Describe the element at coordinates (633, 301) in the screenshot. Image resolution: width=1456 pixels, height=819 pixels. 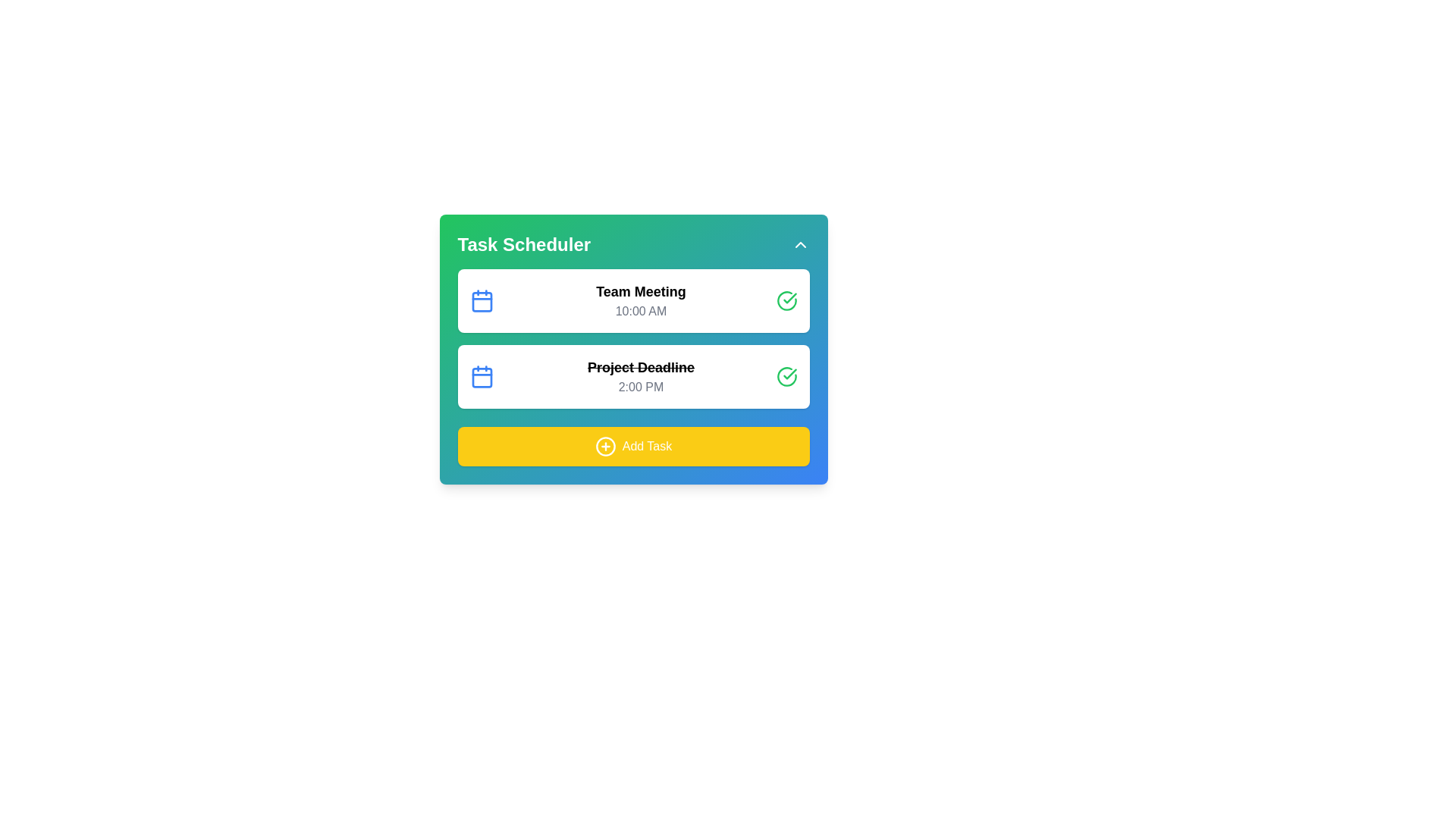
I see `task information displayed on the 'Team Meeting' informational card, which is the first in the 'Task Scheduler' list` at that location.